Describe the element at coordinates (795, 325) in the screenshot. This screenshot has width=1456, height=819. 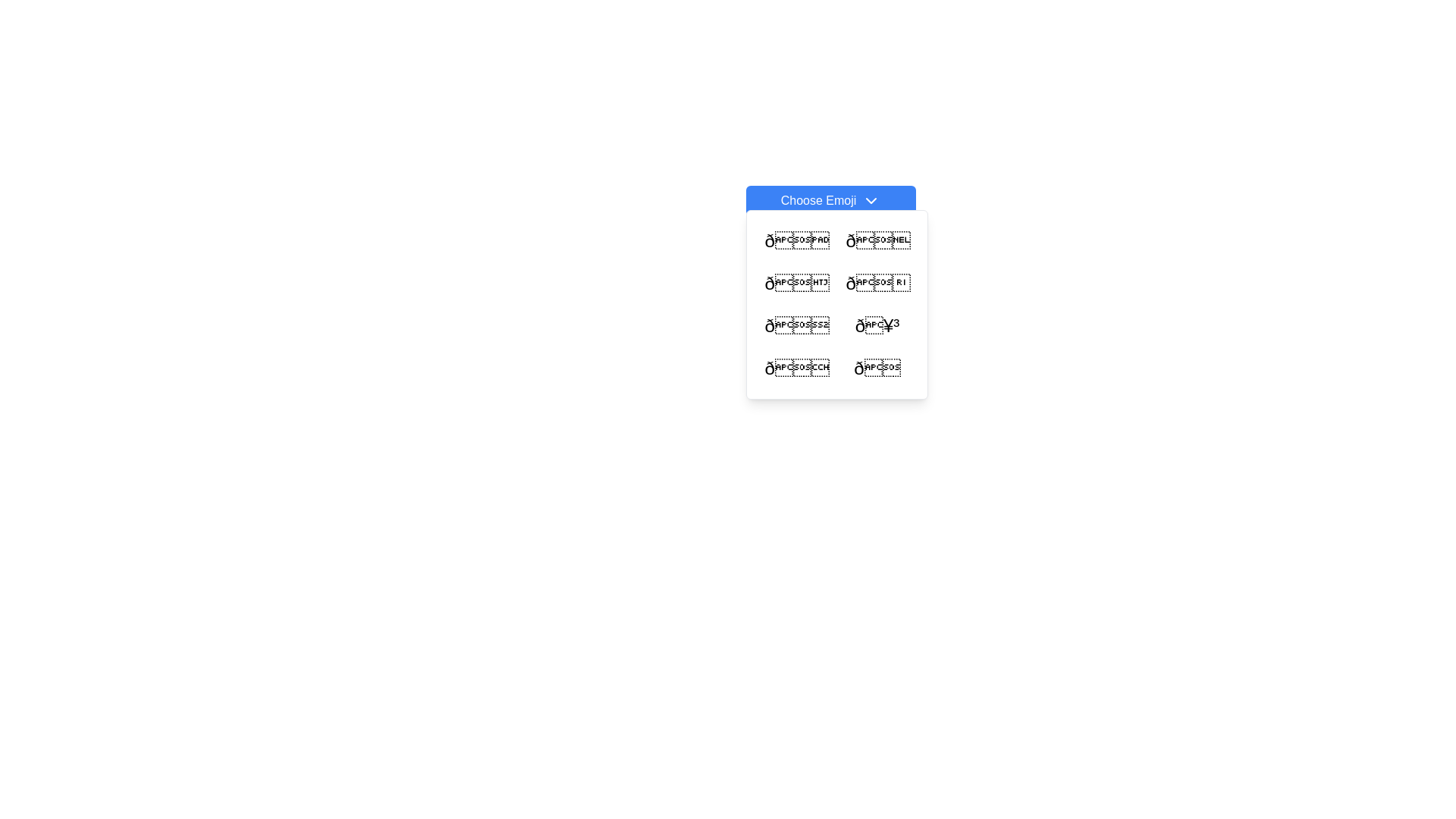
I see `the emoji button with a fun, cool facial expression located in the first column and third row of the grid` at that location.